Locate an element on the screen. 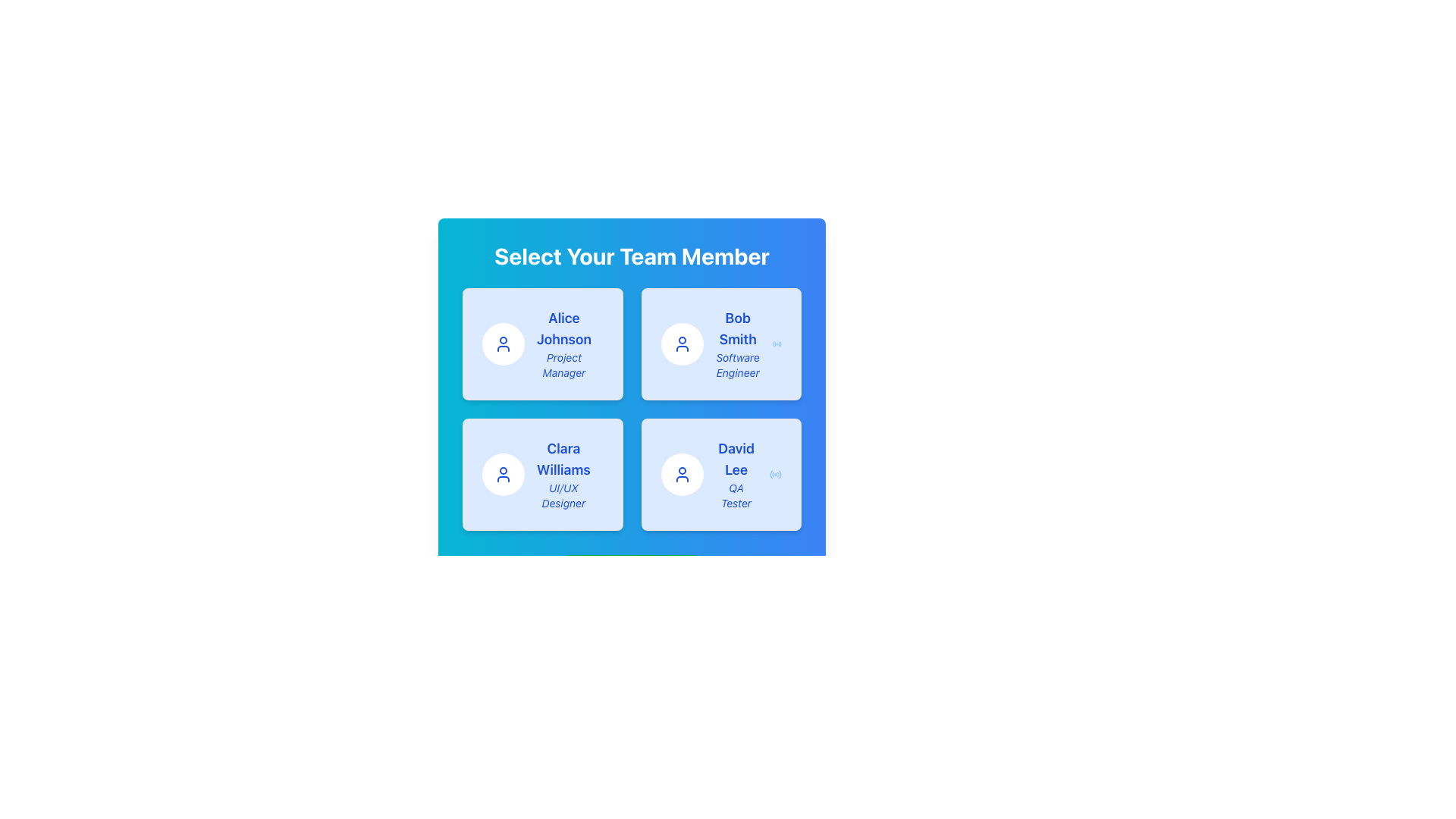 This screenshot has width=1456, height=819. the card surrounding the user profile icon representing 'Bob Smith', located in the top-right quadrant of the user selection interface is located at coordinates (681, 344).